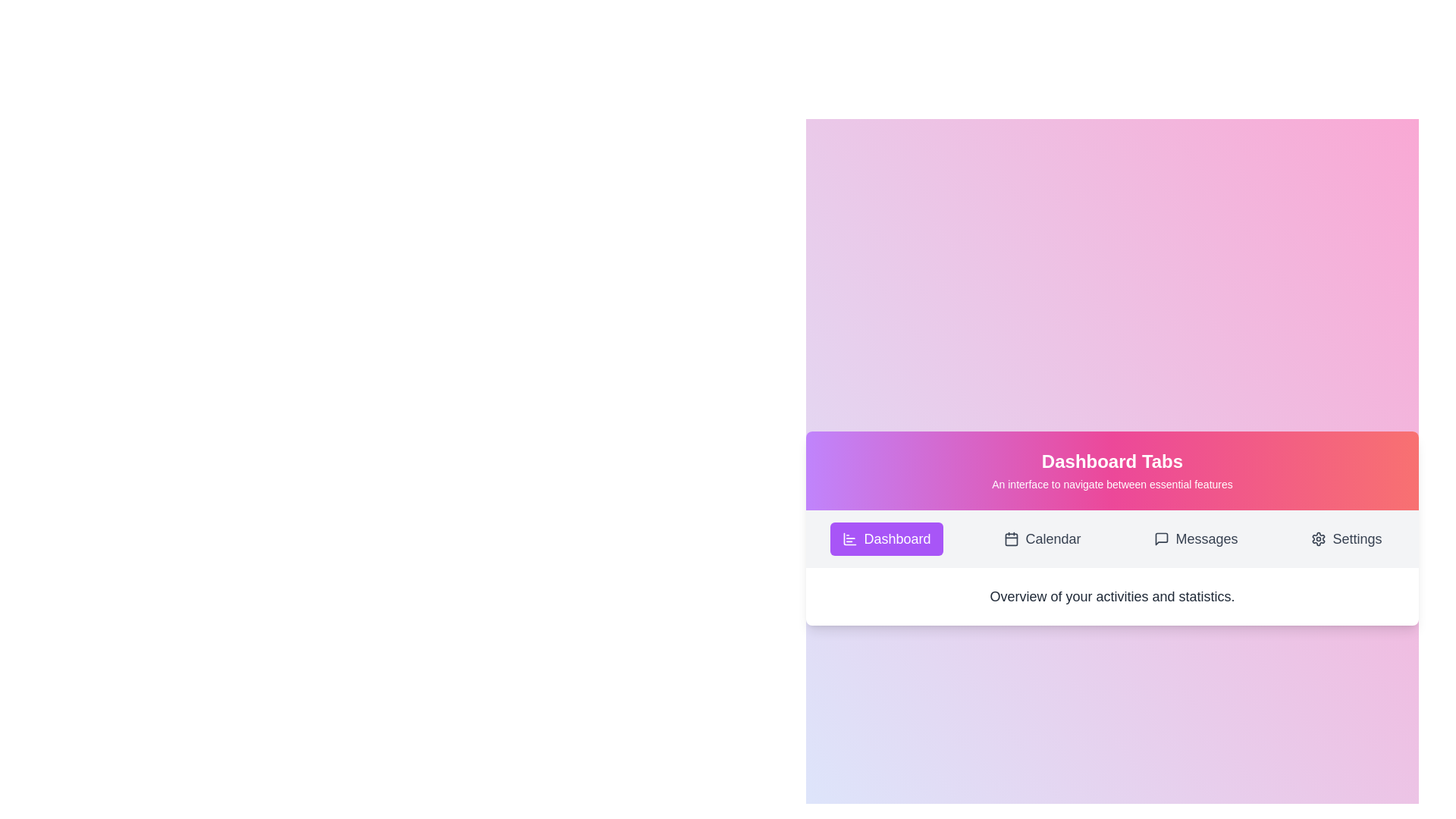 This screenshot has width=1456, height=819. Describe the element at coordinates (850, 538) in the screenshot. I see `the bar chart icon located within the 'Dashboard' button, which is positioned at the leftmost side of the tab navigation bar near the bottom left of the application interface` at that location.